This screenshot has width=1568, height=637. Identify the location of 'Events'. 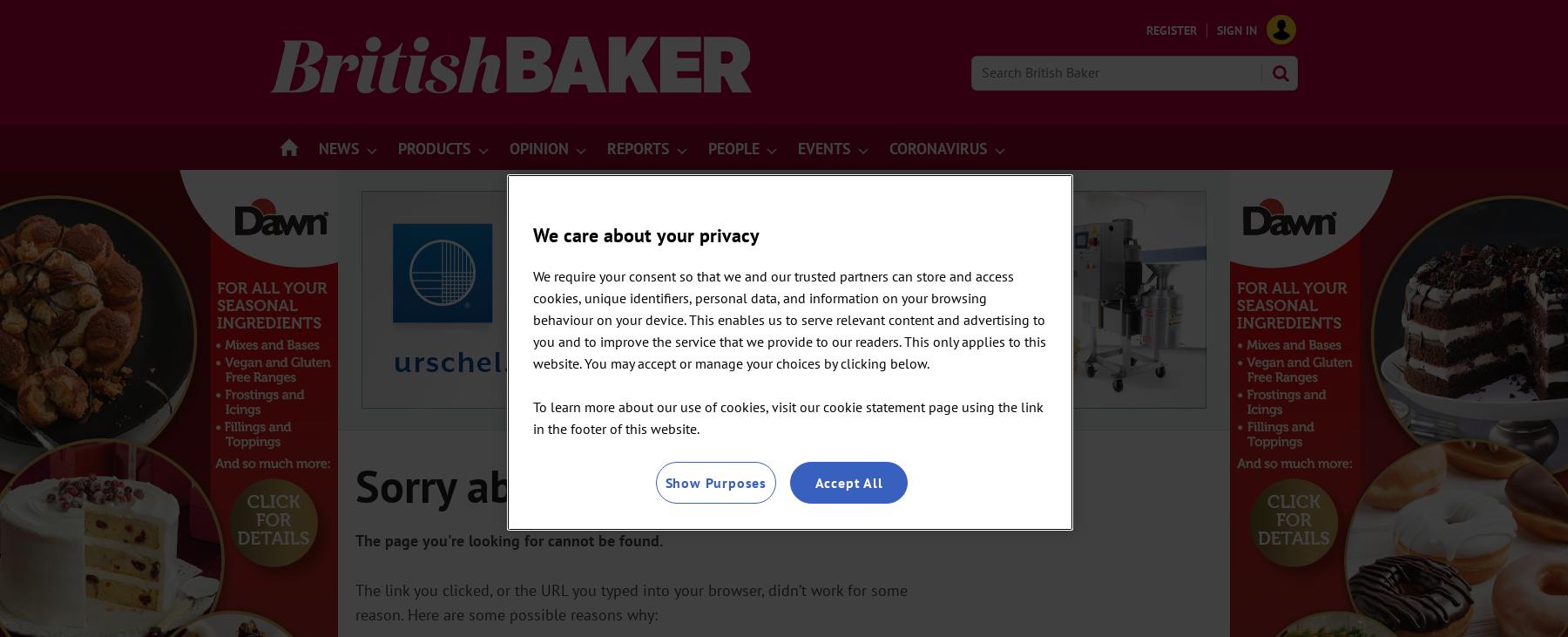
(823, 148).